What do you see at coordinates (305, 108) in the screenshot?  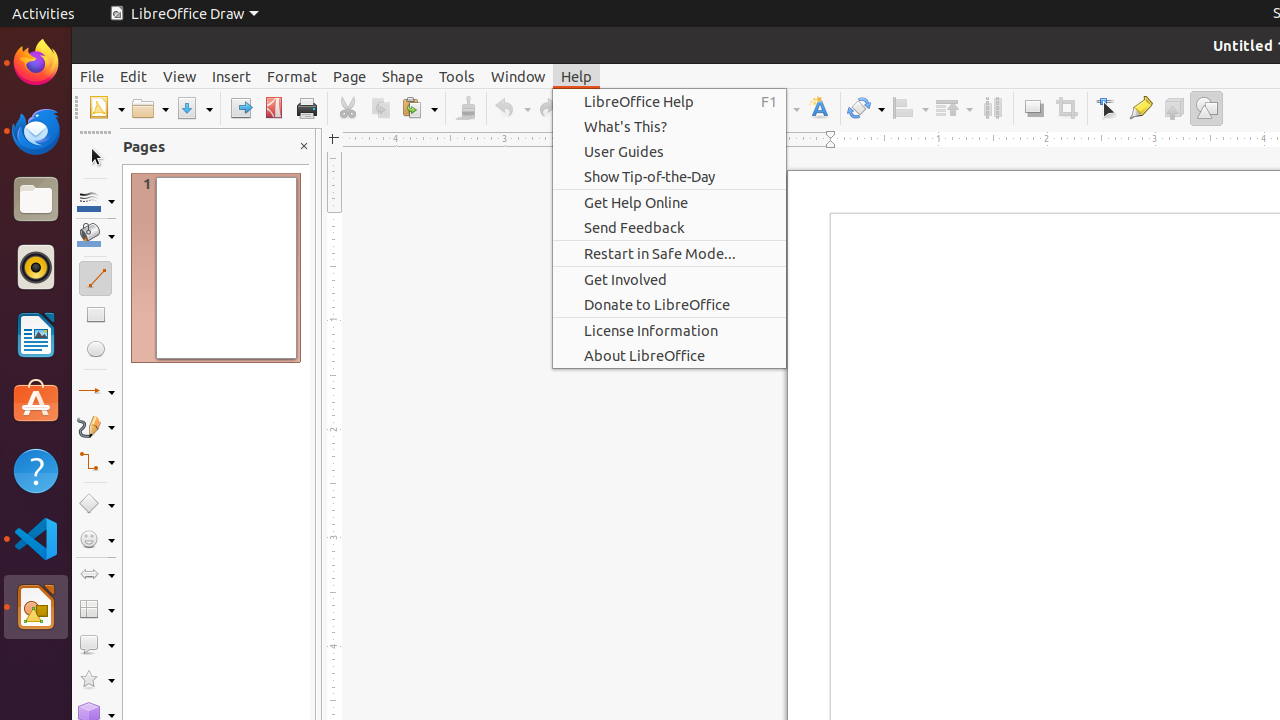 I see `'Print'` at bounding box center [305, 108].